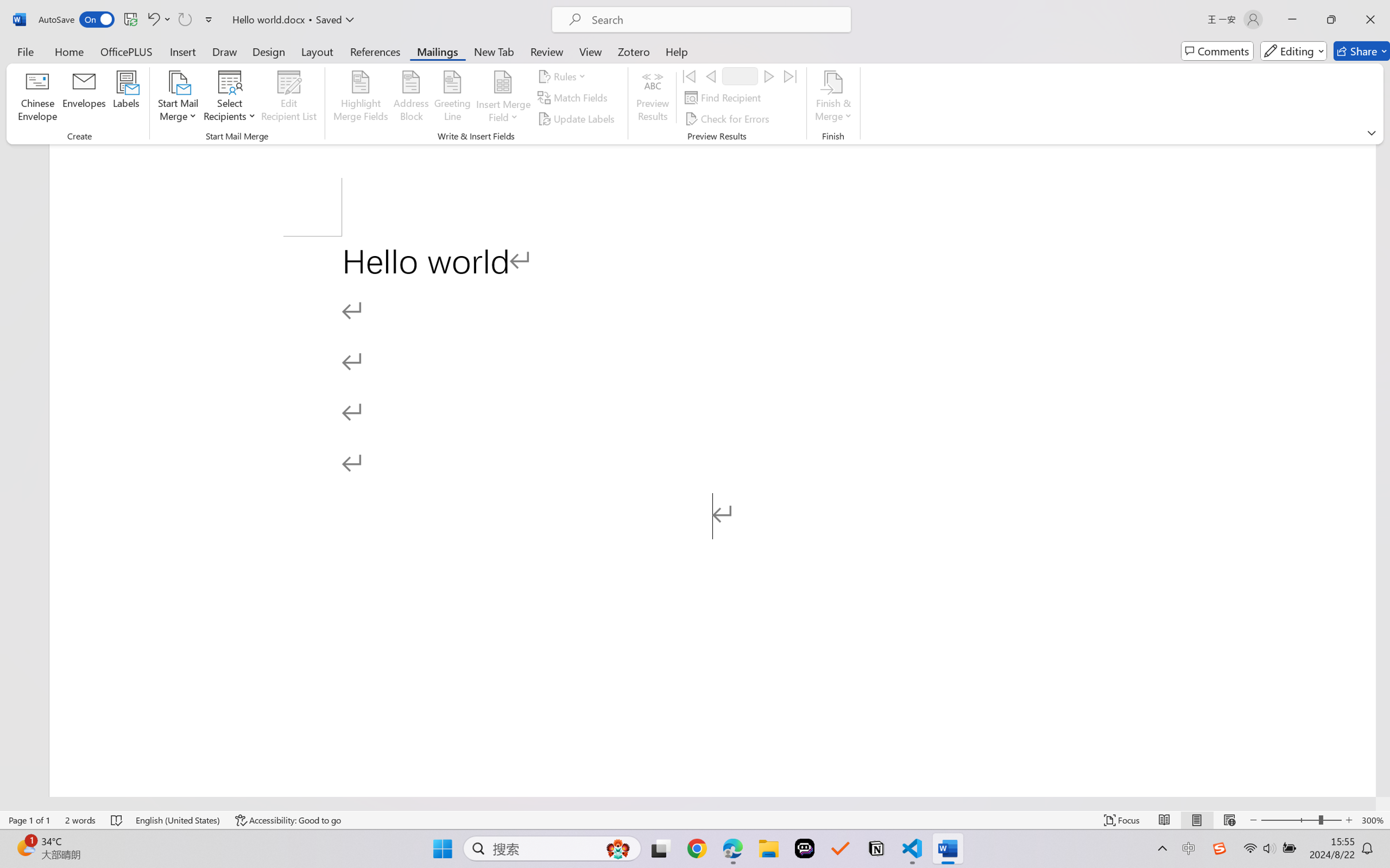 Image resolution: width=1390 pixels, height=868 pixels. Describe the element at coordinates (633, 51) in the screenshot. I see `'Zotero'` at that location.